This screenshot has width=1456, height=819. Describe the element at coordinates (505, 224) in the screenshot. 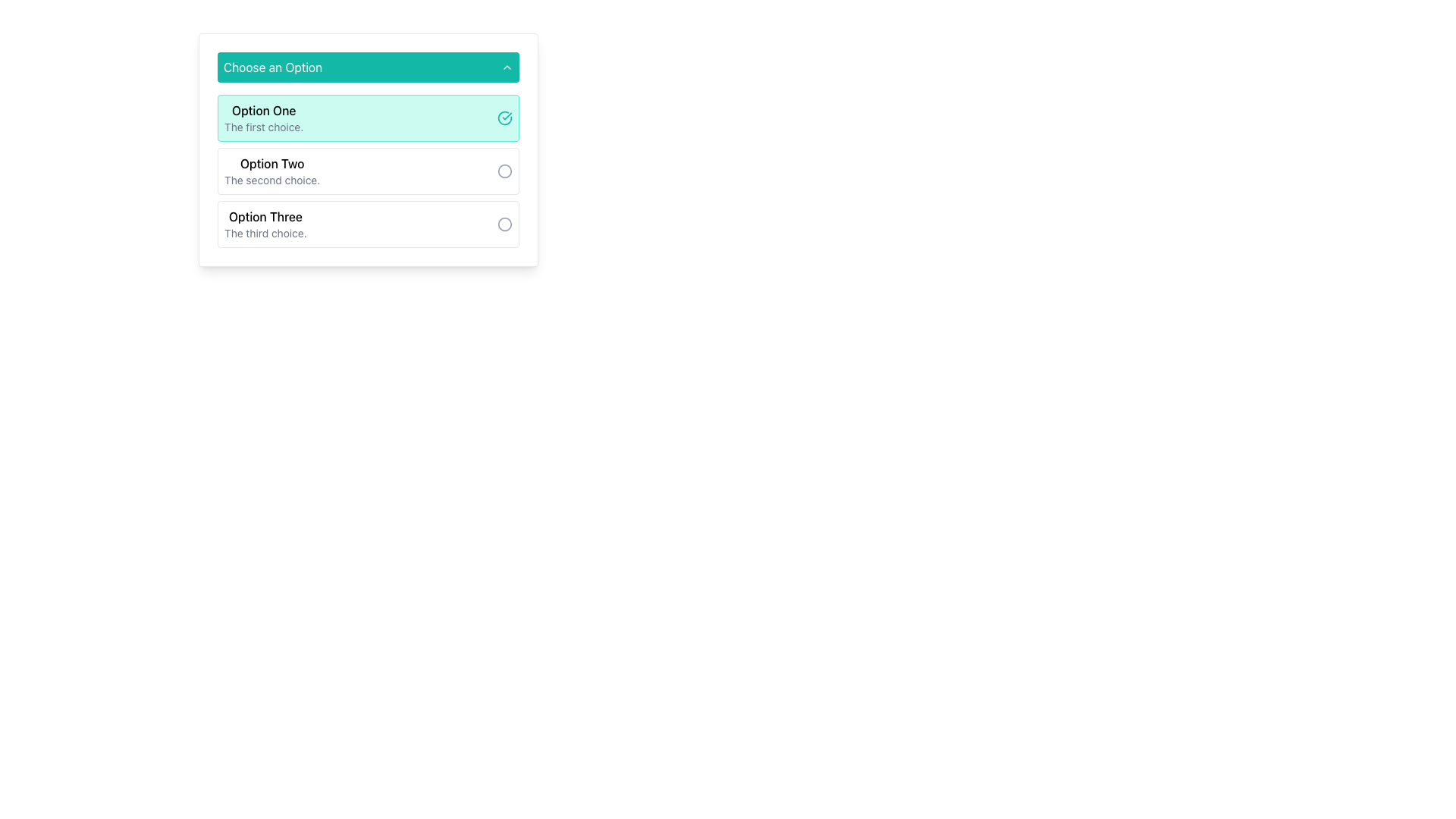

I see `the radio button indicator` at that location.